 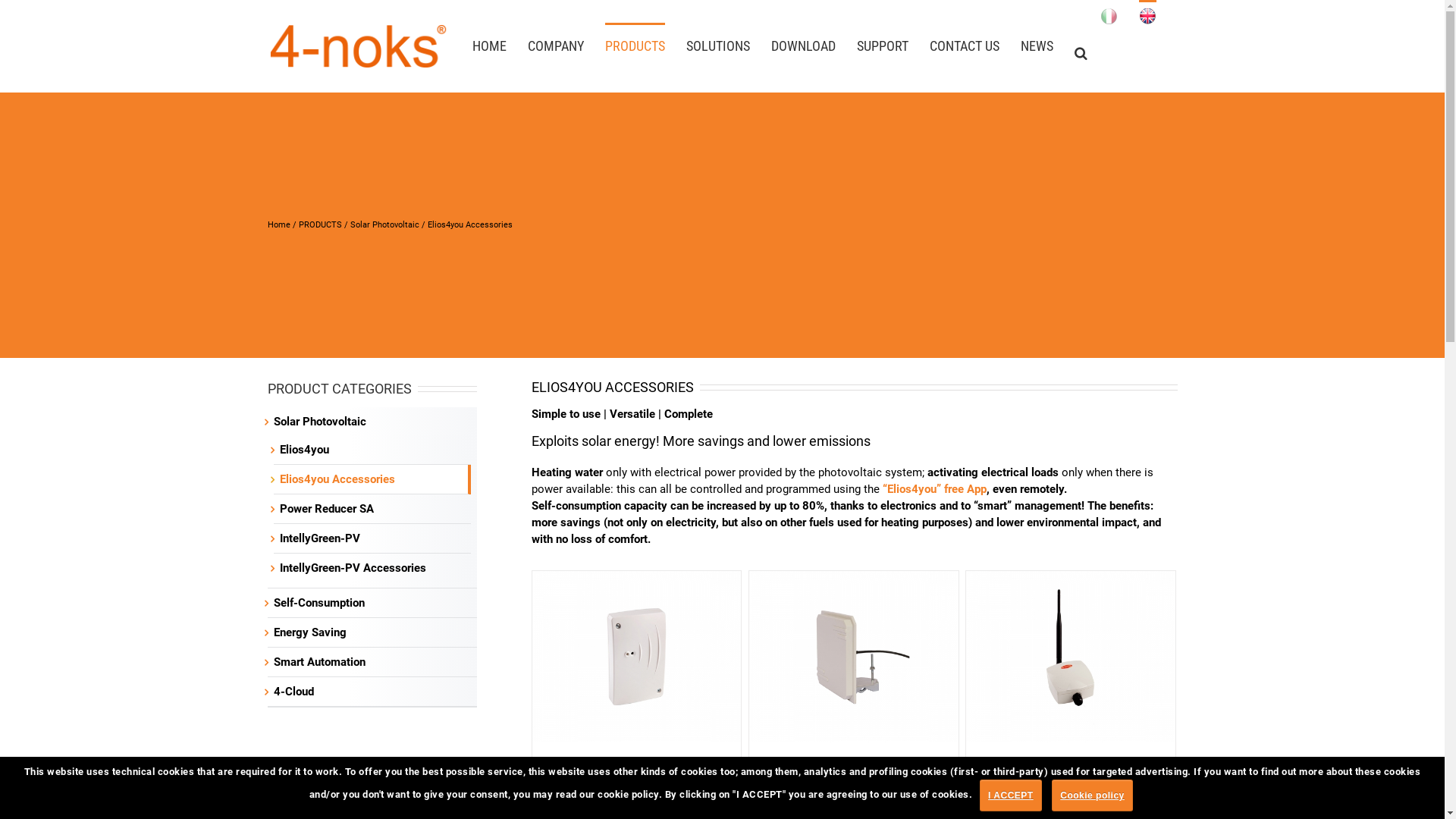 What do you see at coordinates (488, 43) in the screenshot?
I see `'HOME'` at bounding box center [488, 43].